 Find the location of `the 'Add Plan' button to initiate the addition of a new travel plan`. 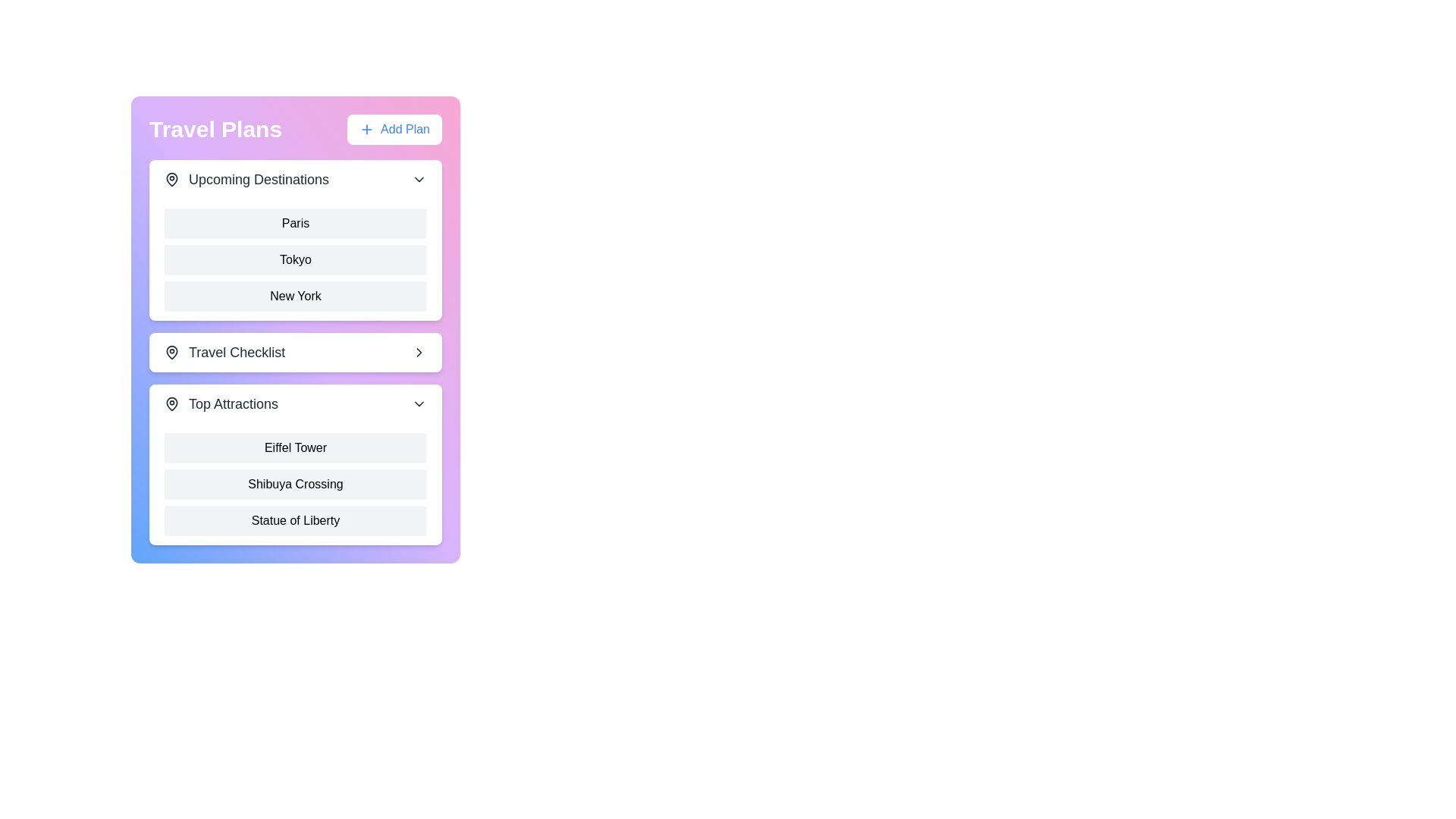

the 'Add Plan' button to initiate the addition of a new travel plan is located at coordinates (394, 128).